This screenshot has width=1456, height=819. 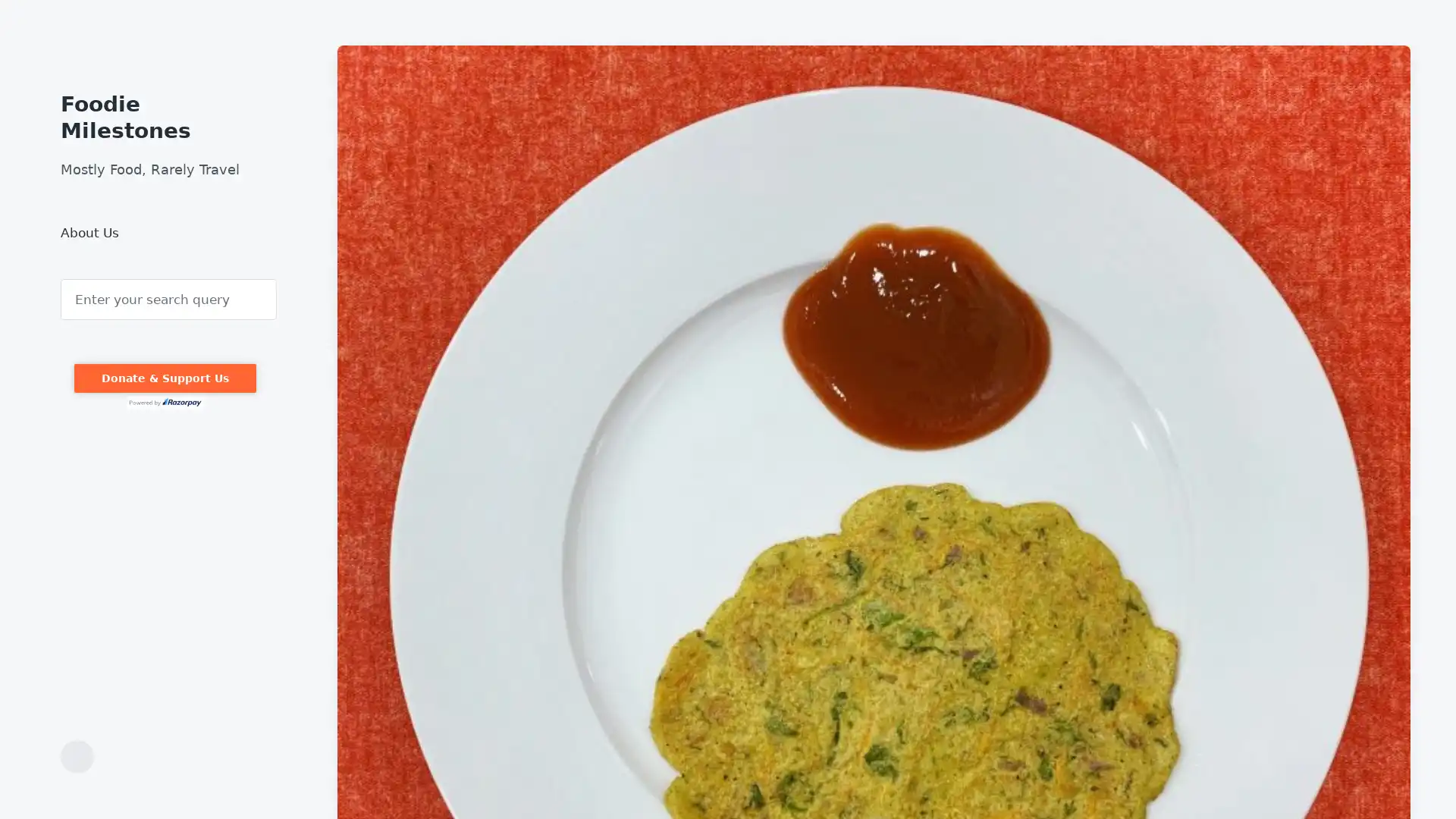 I want to click on Toggle the search field, so click(x=76, y=757).